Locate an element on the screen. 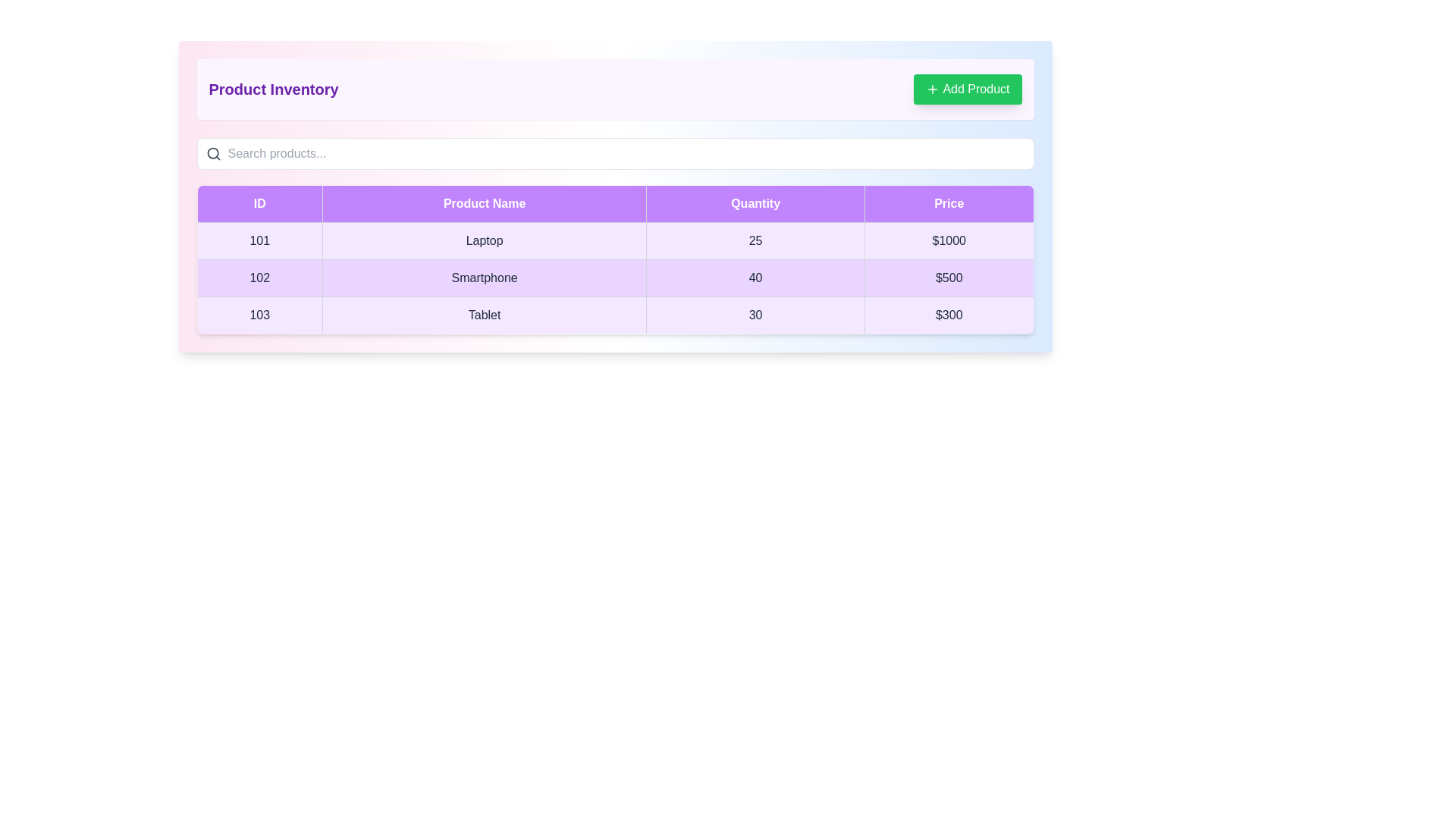 The width and height of the screenshot is (1456, 819). the third table row in the product inventory table containing the information '103', 'Tablet', '30', and '$300' is located at coordinates (615, 315).